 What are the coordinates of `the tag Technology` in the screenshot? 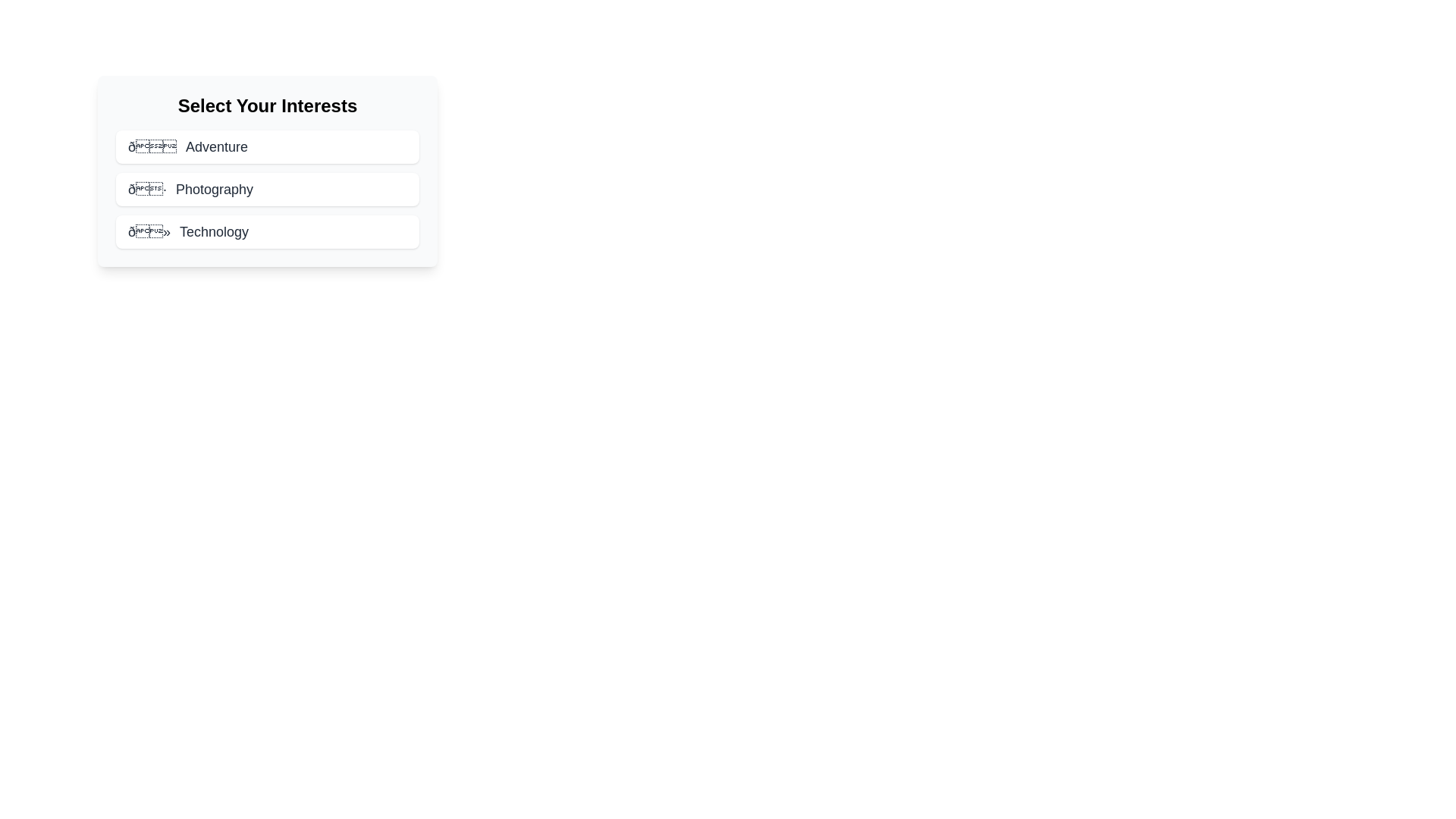 It's located at (268, 231).